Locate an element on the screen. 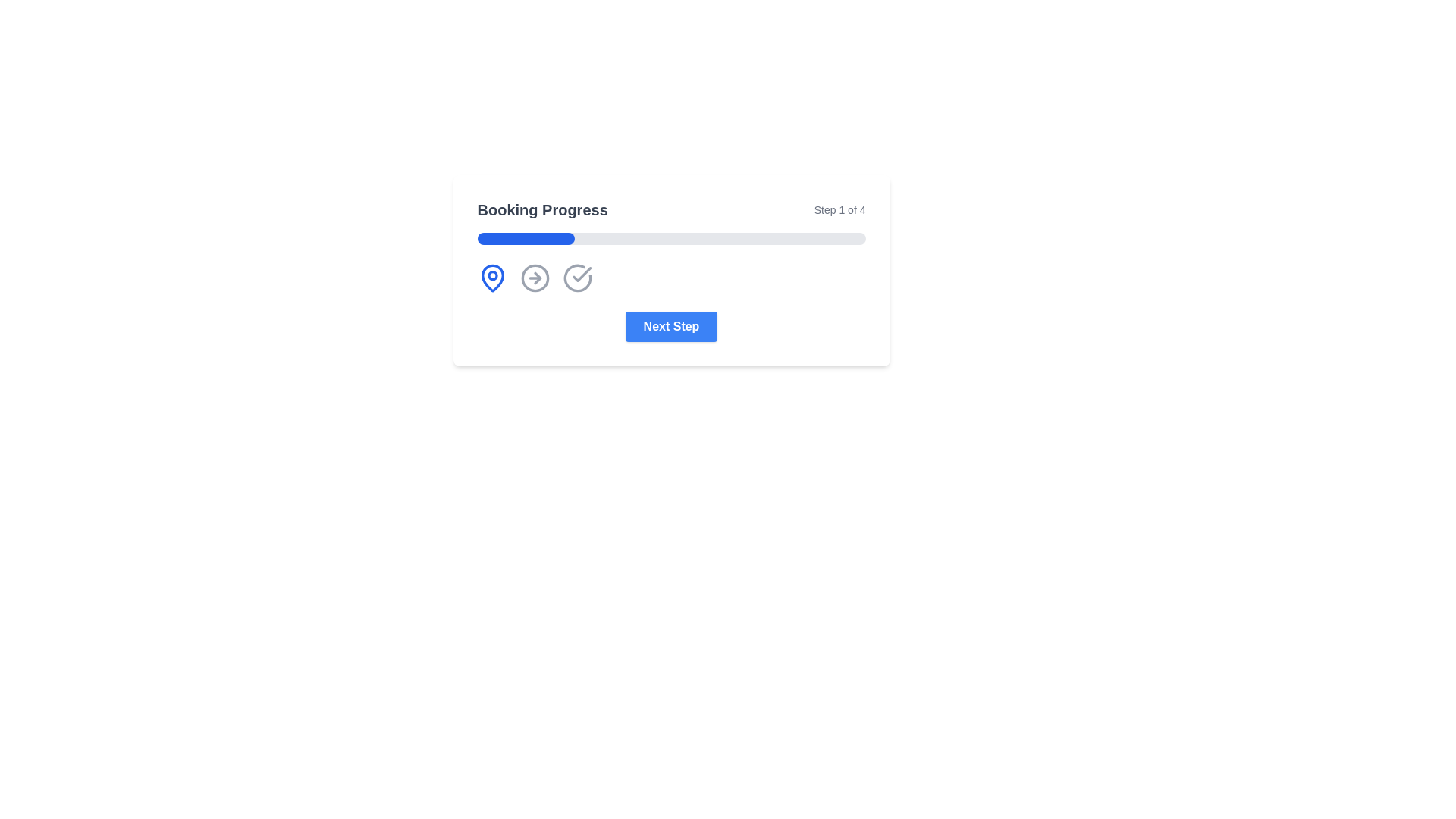 This screenshot has width=1456, height=819. the third icon in a row of four, which features a circular outline with an incomplete checkmark design, located below the progress bar and above the 'Next Step' button is located at coordinates (576, 278).